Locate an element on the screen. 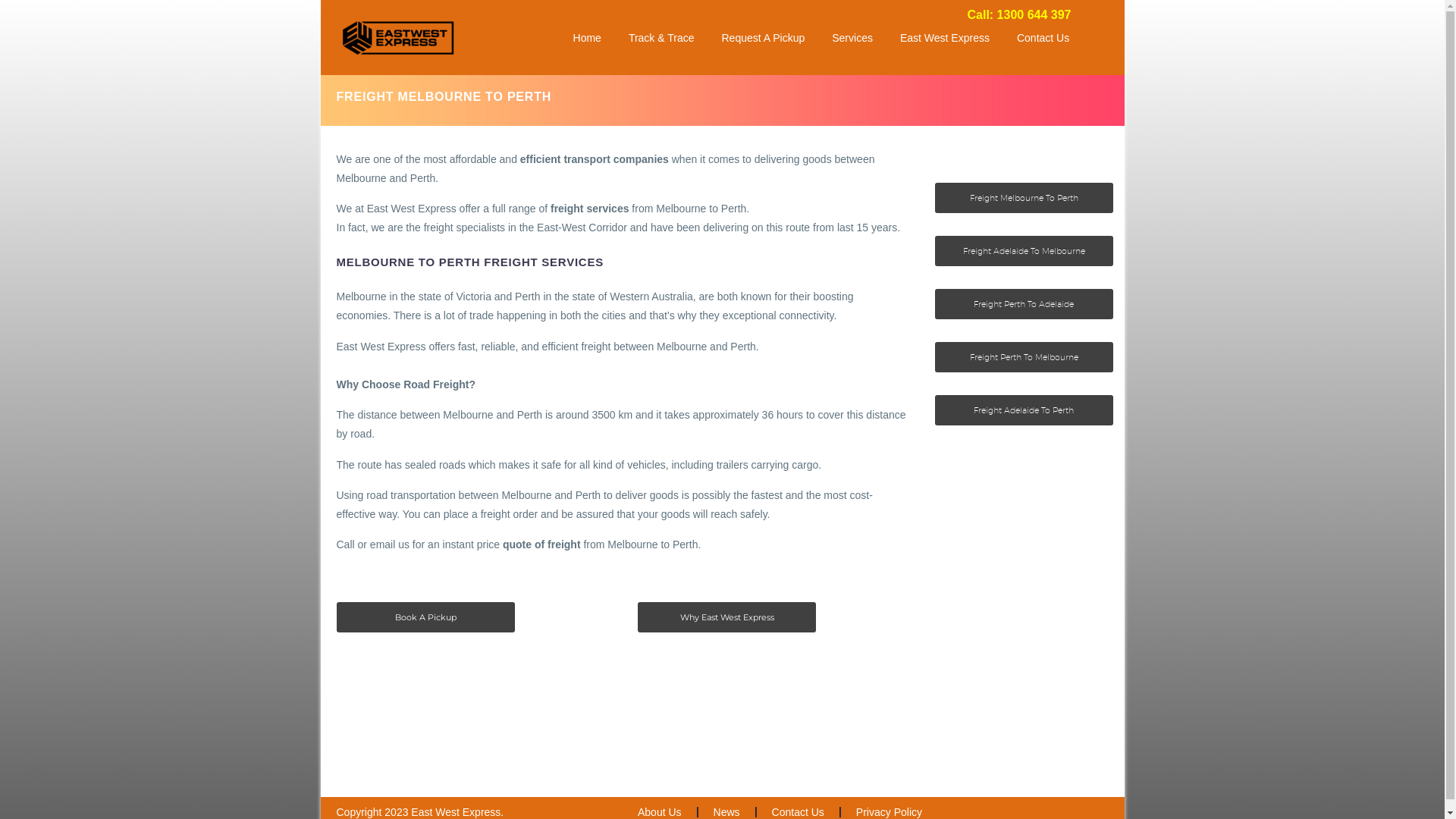 Image resolution: width=1456 pixels, height=819 pixels. 'Request A Pickup' is located at coordinates (763, 37).